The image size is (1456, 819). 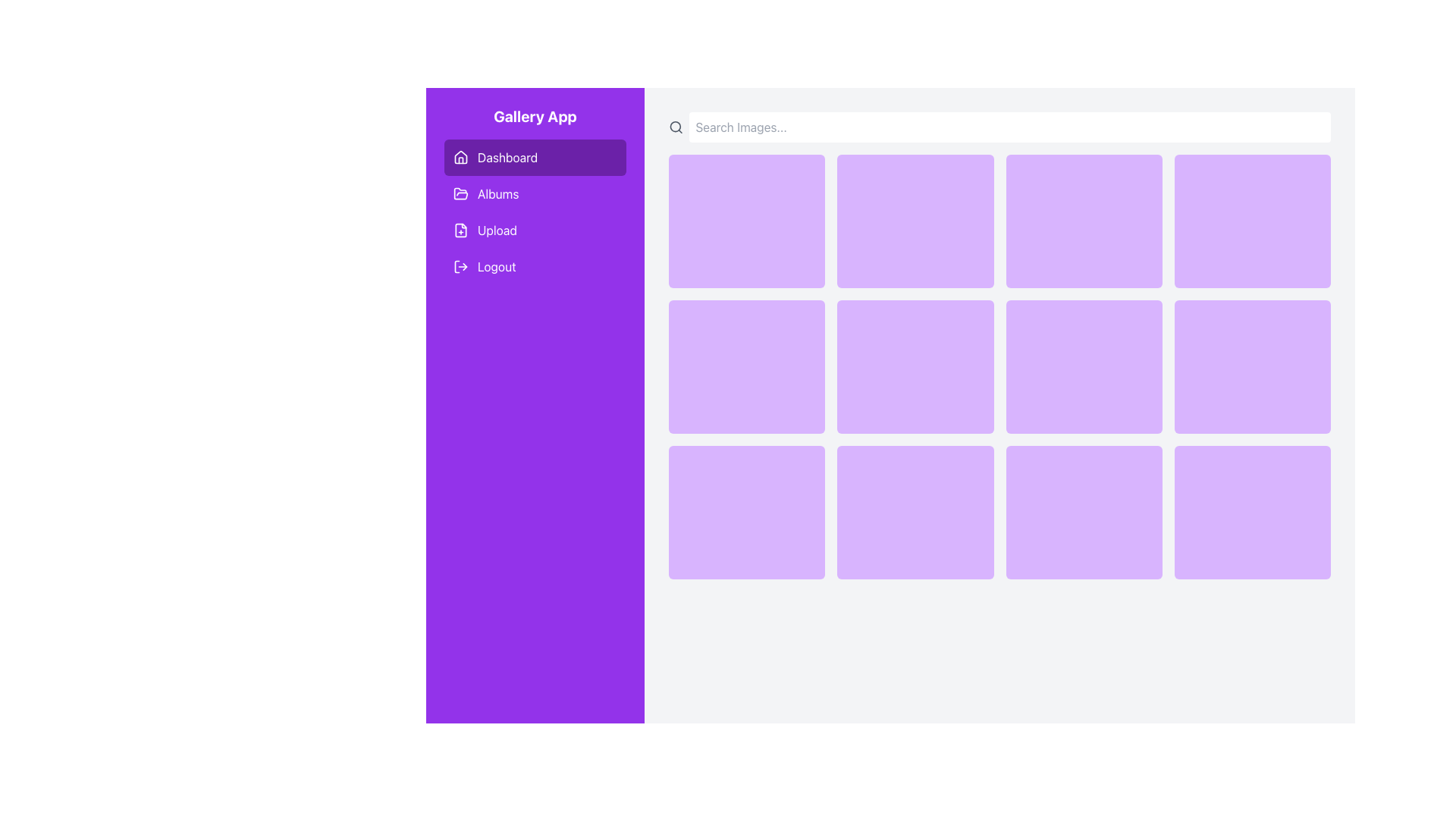 What do you see at coordinates (1083, 221) in the screenshot?
I see `the third box in the first row of a 4x4 grid layout, positioned on the right side of the interface, below the search bar to observe the color transition` at bounding box center [1083, 221].